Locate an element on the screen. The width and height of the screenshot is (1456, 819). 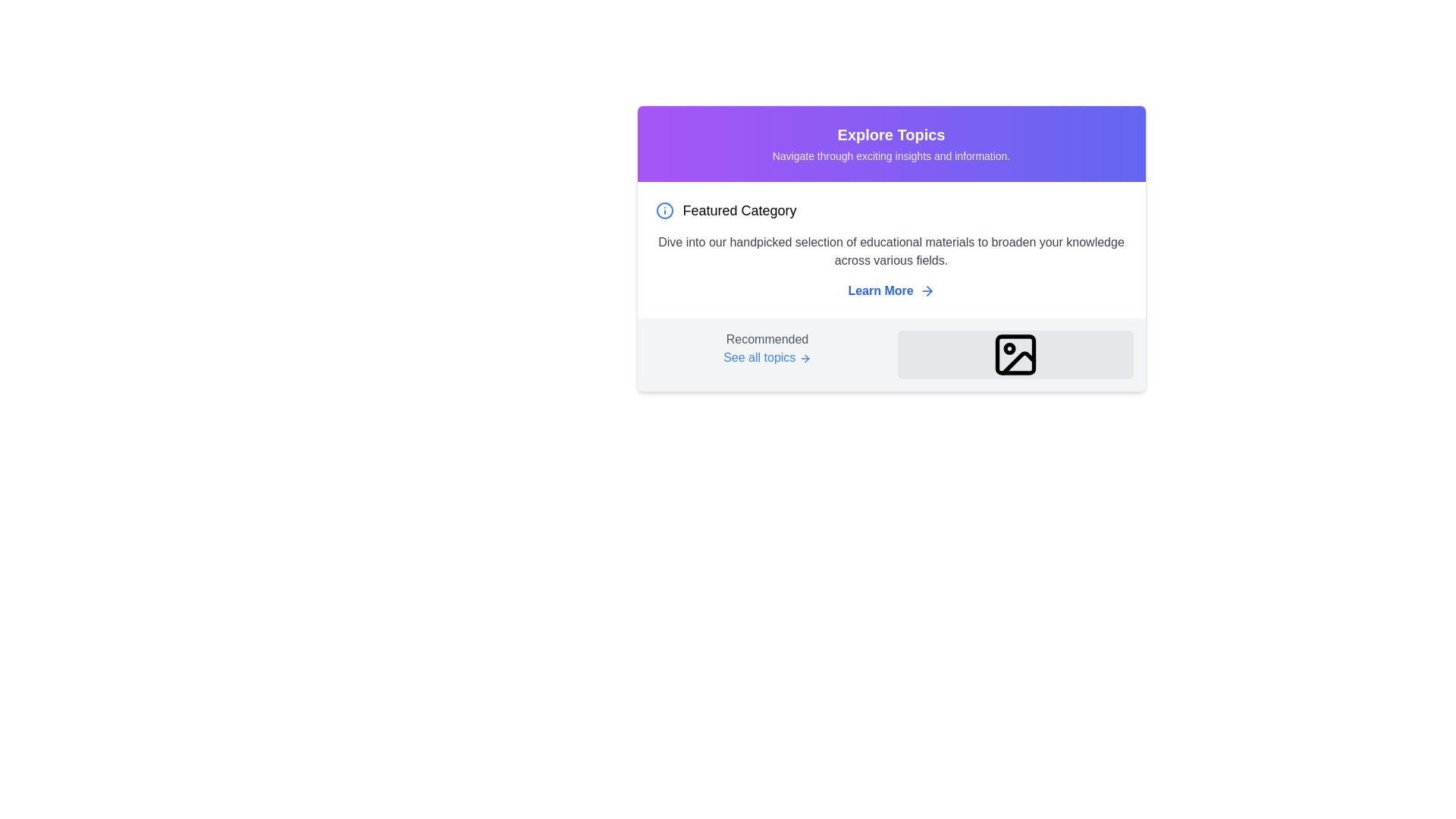
the blue text with an arrow that serves as a title and link for recommending topics is located at coordinates (767, 354).